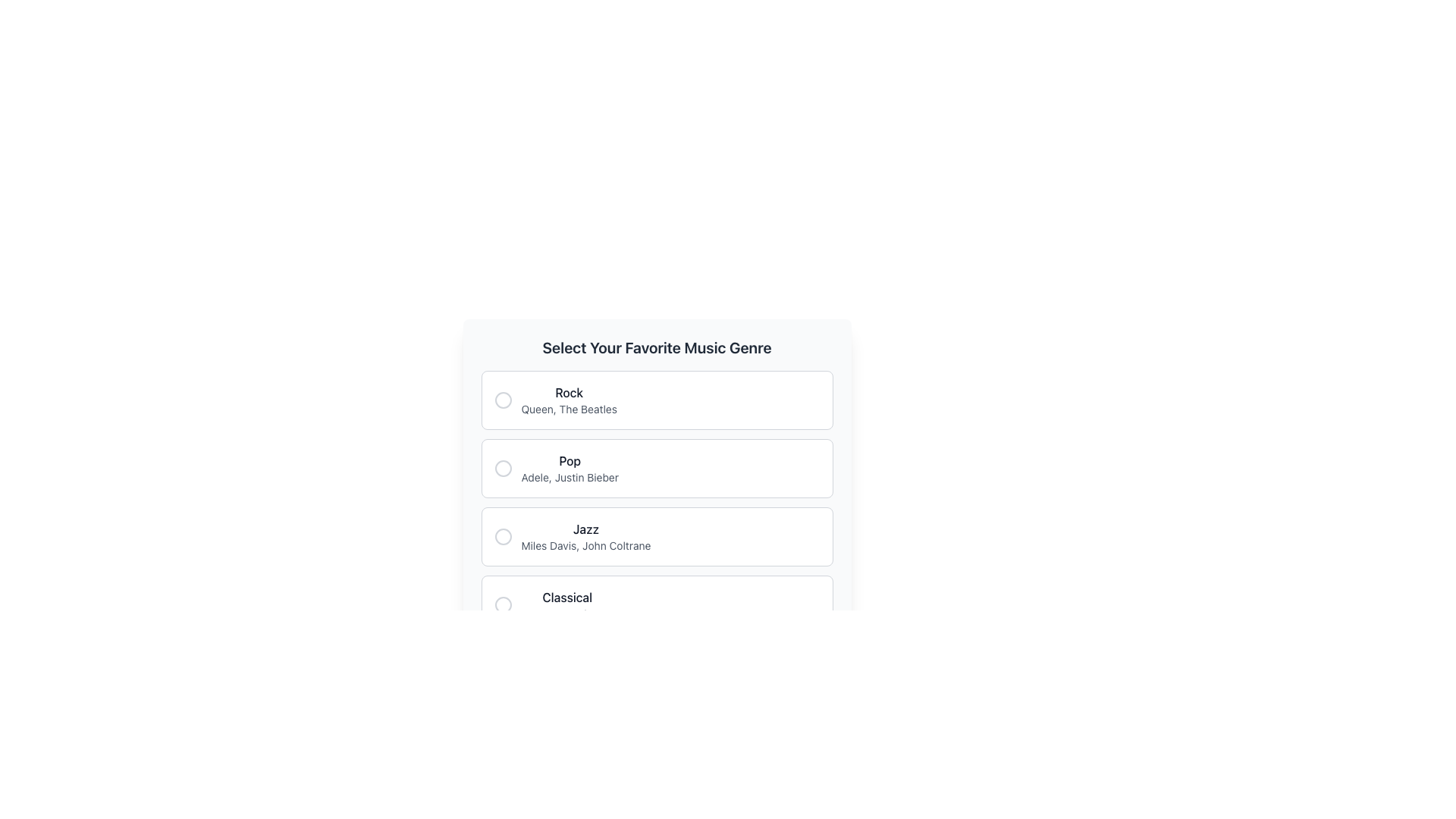 Image resolution: width=1456 pixels, height=819 pixels. Describe the element at coordinates (657, 503) in the screenshot. I see `the individual options in the list of grouped selectable music genres, which is located within the centered box titled 'Select Your Favorite Music Genre'` at that location.